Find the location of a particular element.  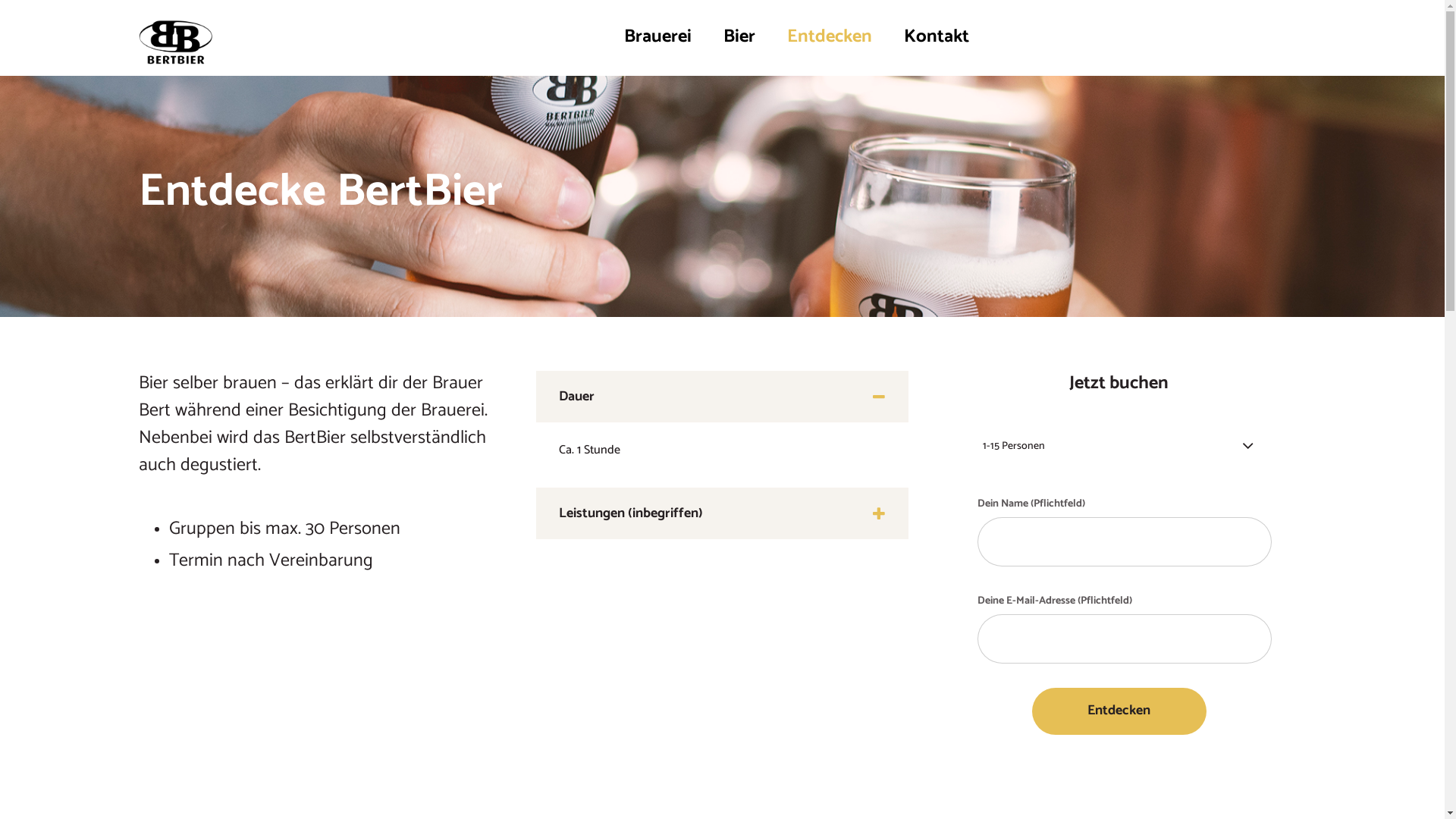

'Entdecken' is located at coordinates (828, 36).